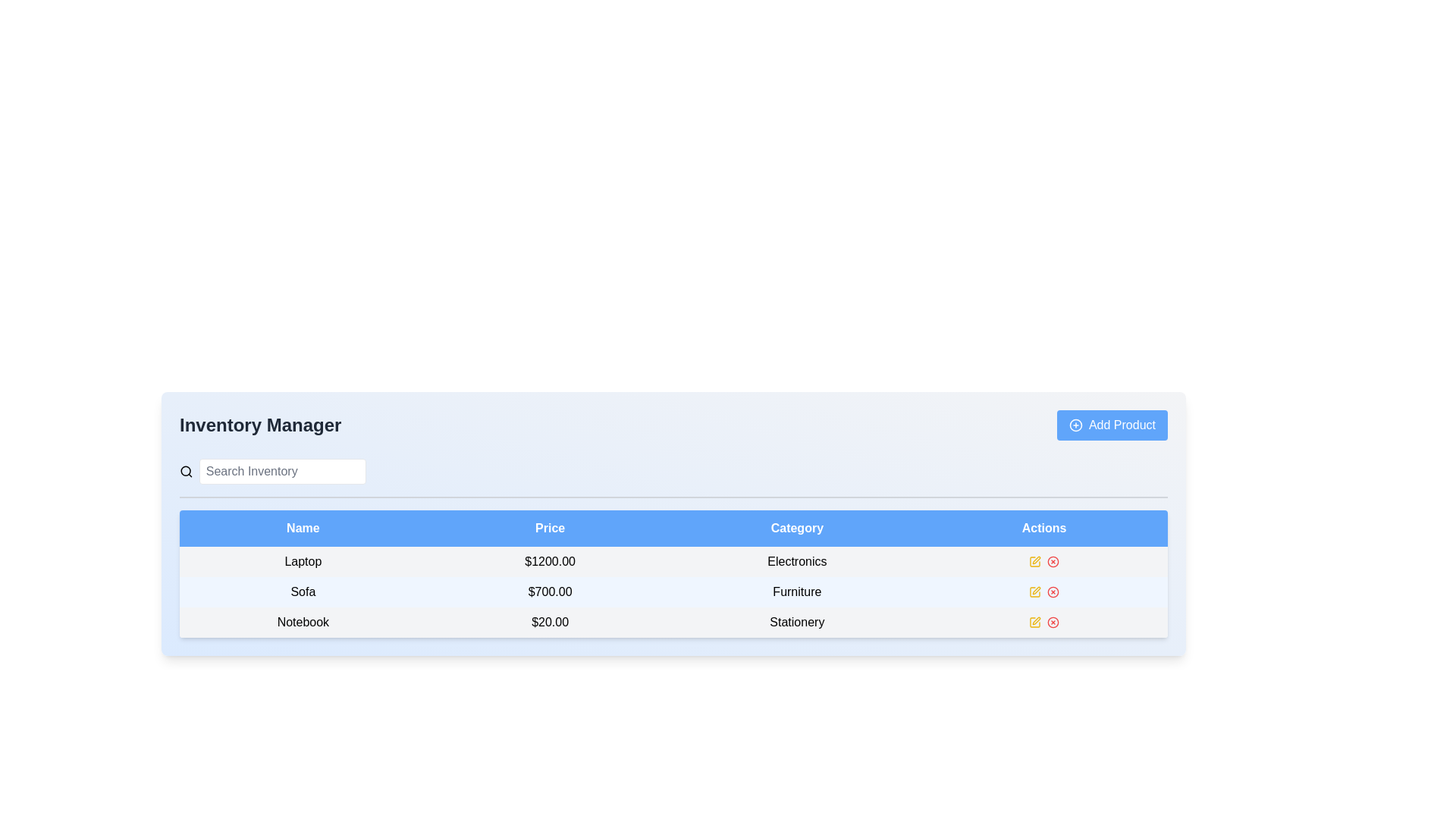 The height and width of the screenshot is (819, 1456). Describe the element at coordinates (796, 561) in the screenshot. I see `text of the 'Electronics' label located in the third column of the inventory table, which has a light gray background and is centrally placed in its bounding box` at that location.